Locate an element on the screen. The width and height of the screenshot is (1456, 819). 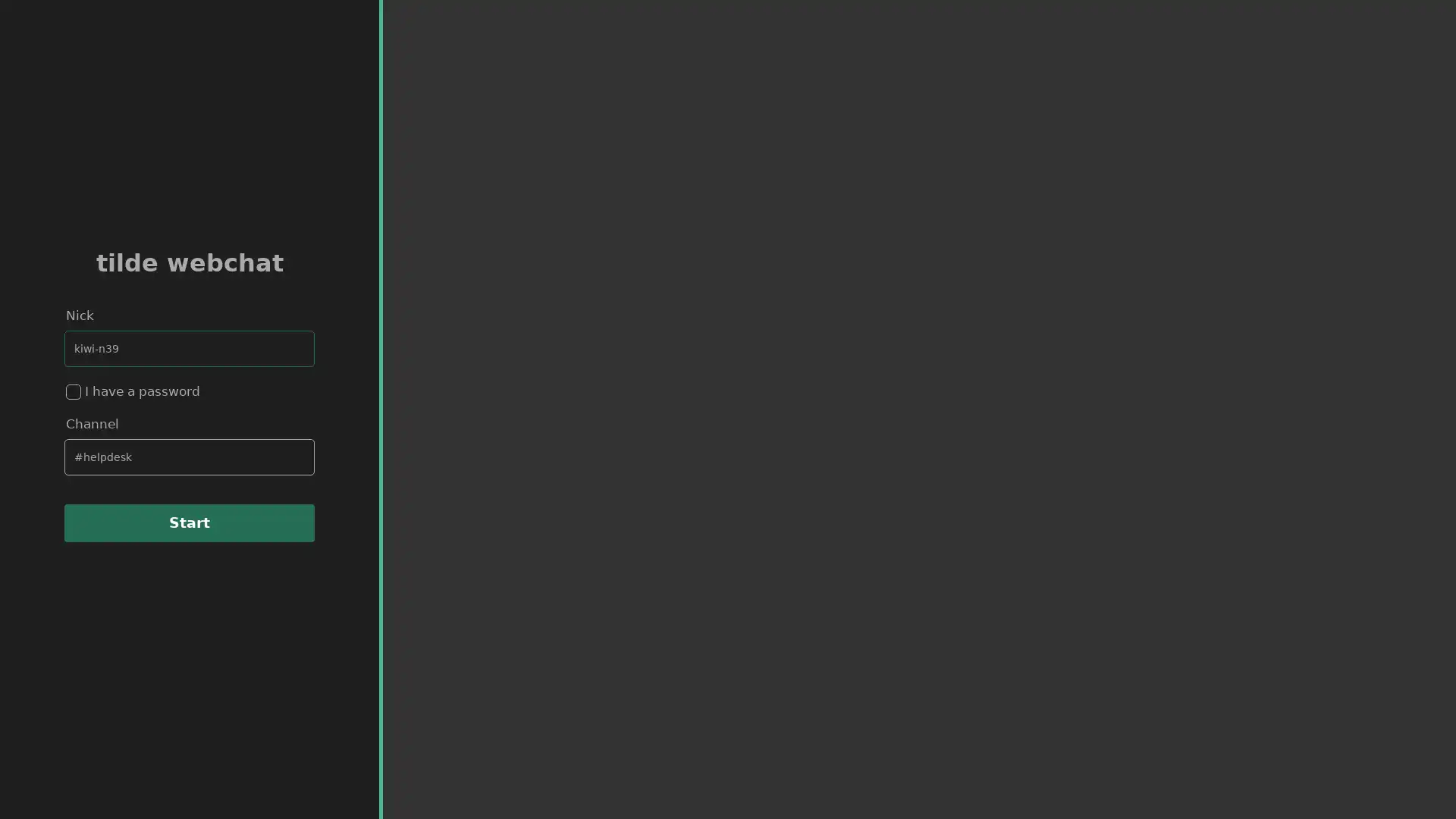
Start is located at coordinates (188, 522).